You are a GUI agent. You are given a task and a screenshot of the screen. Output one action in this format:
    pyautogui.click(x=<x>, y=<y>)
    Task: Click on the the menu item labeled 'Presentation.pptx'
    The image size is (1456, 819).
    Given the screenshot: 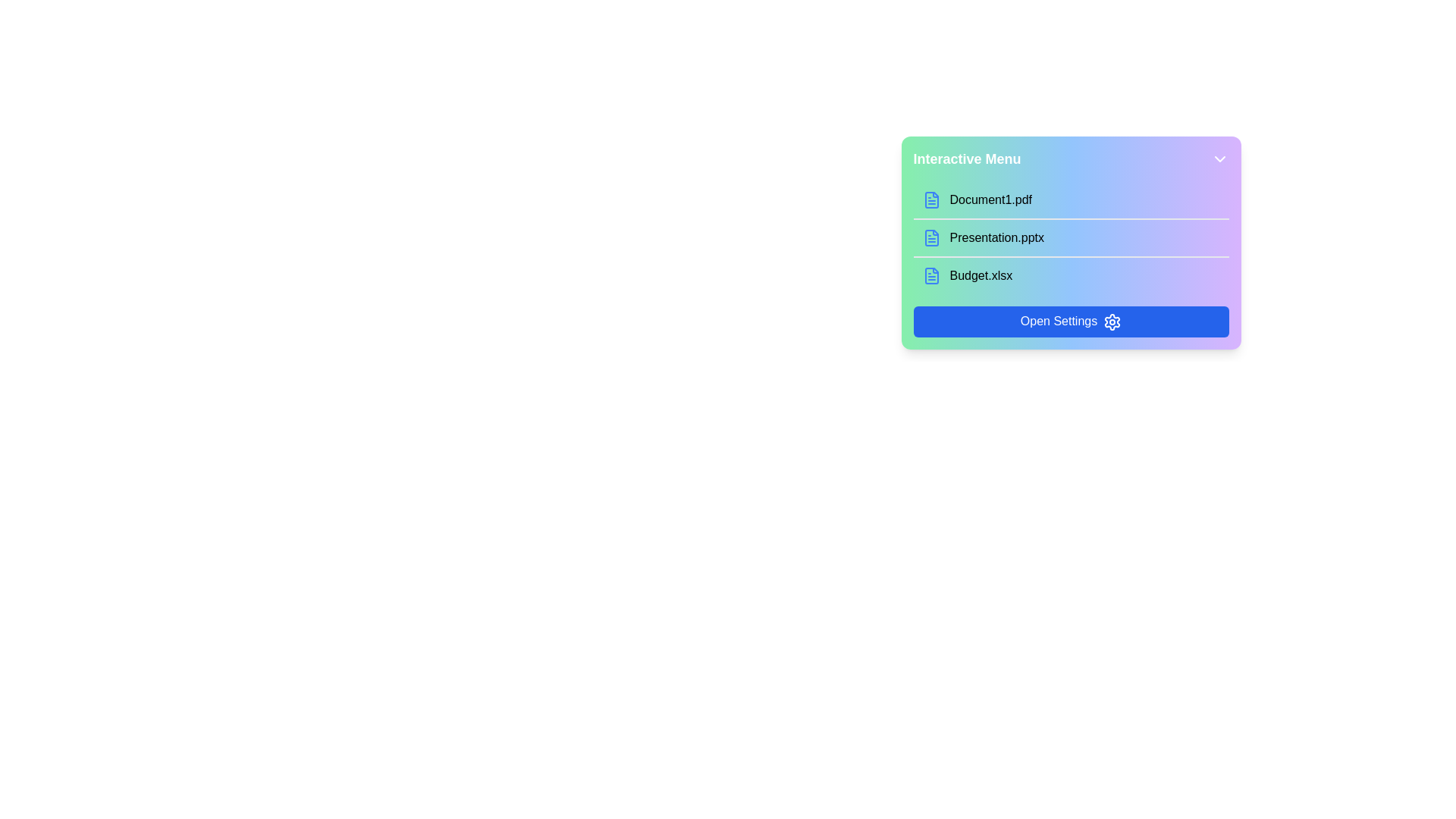 What is the action you would take?
    pyautogui.click(x=1070, y=237)
    